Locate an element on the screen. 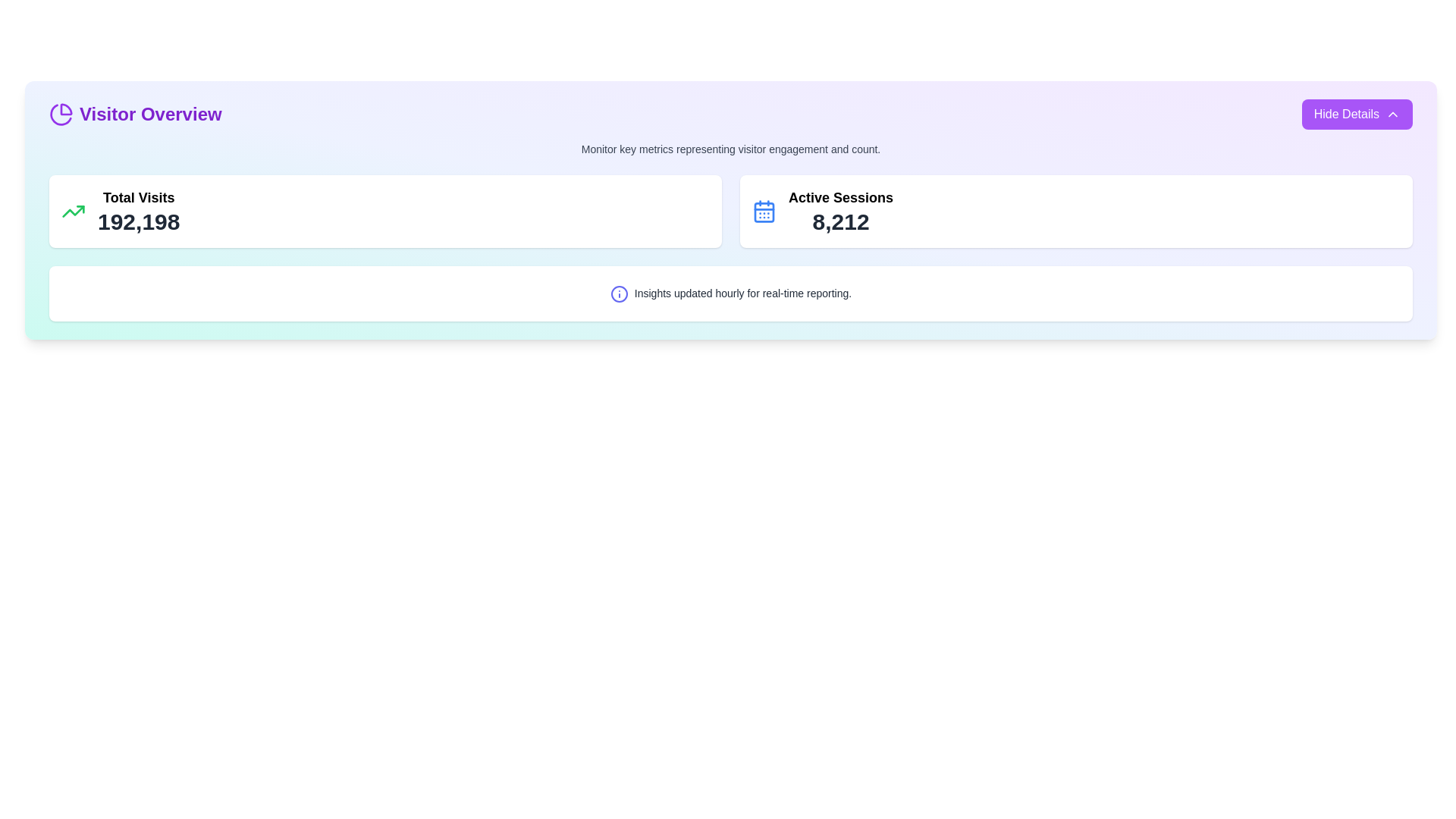 The width and height of the screenshot is (1456, 819). the icon representing an increase or positive trend associated with 'Total Visits', located to the left of the text 'Total Visits 192,198' in the 'Visitor Overview' section is located at coordinates (72, 211).